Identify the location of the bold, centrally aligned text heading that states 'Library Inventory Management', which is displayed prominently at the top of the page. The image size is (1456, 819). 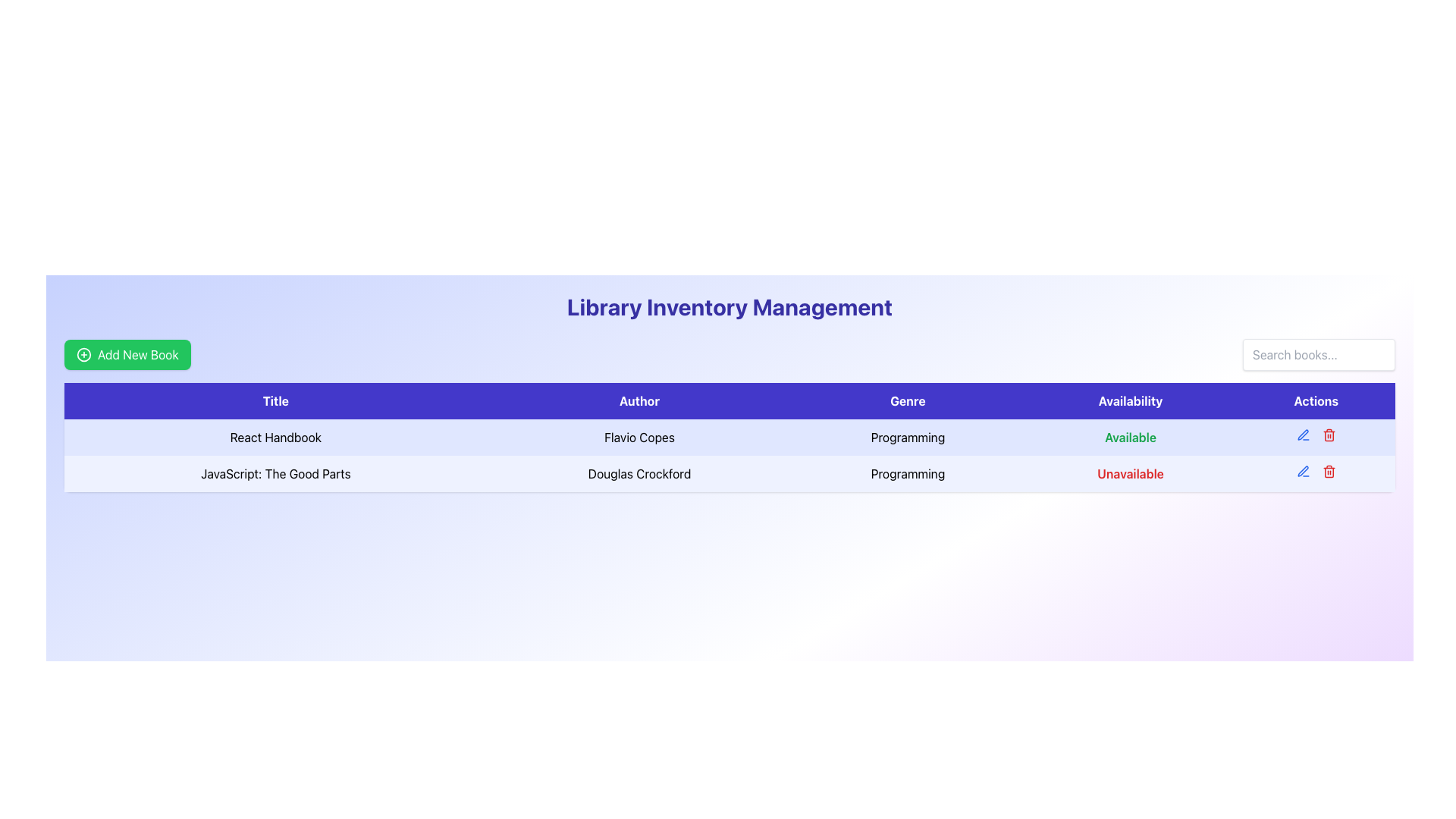
(730, 307).